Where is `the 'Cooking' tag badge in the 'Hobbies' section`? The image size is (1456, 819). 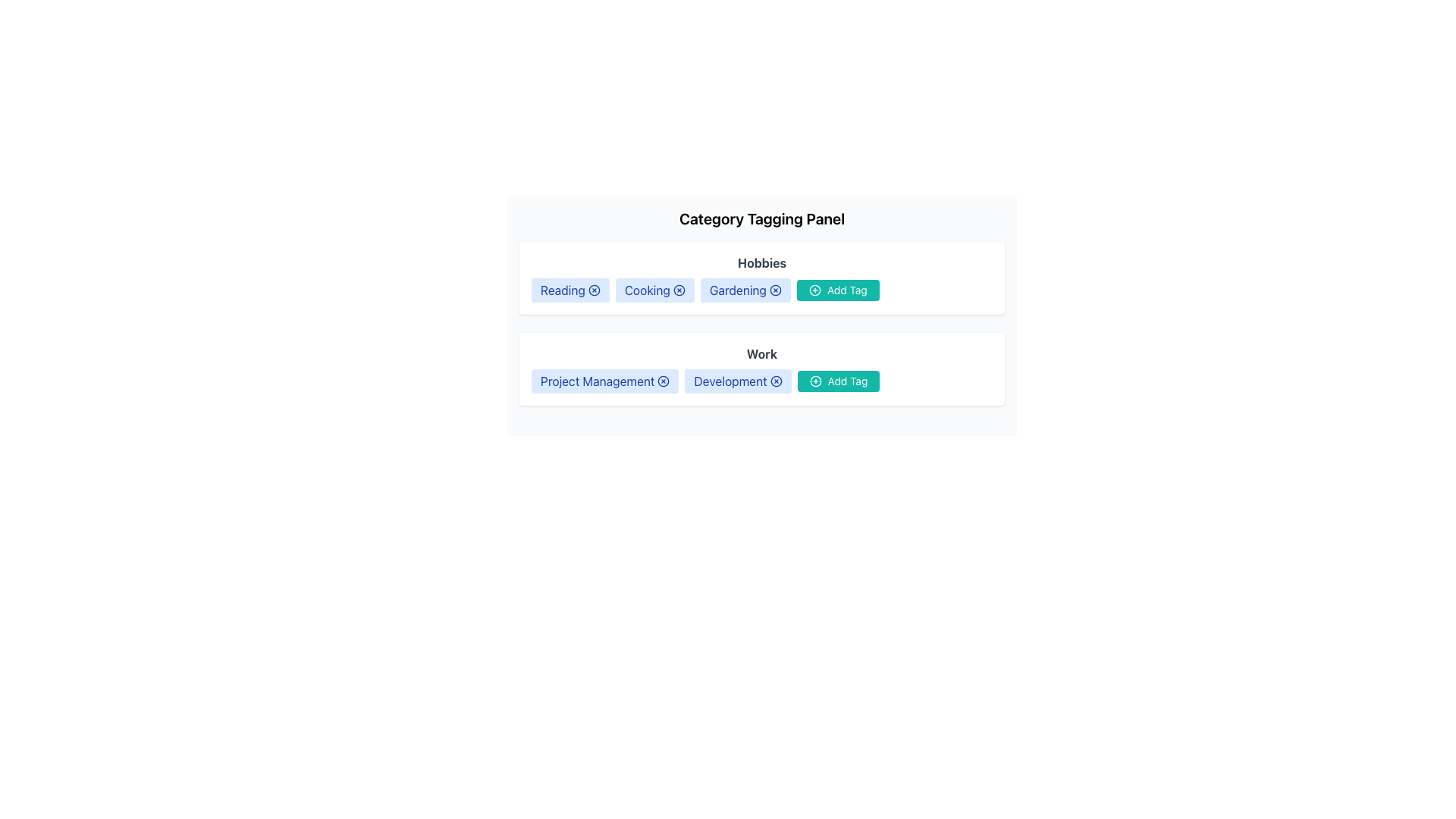
the 'Cooking' tag badge in the 'Hobbies' section is located at coordinates (654, 290).